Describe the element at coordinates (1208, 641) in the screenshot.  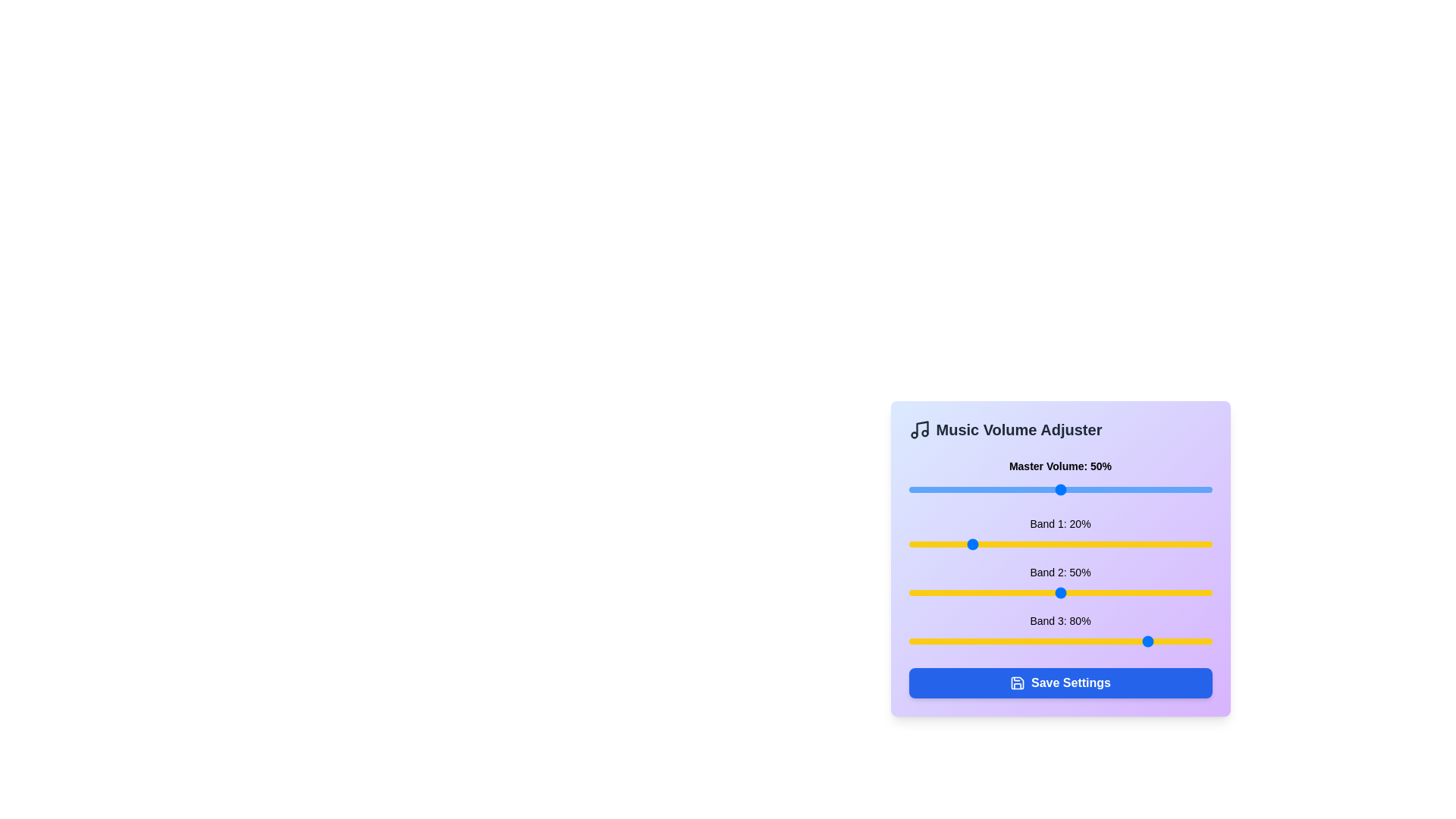
I see `Band 3` at that location.